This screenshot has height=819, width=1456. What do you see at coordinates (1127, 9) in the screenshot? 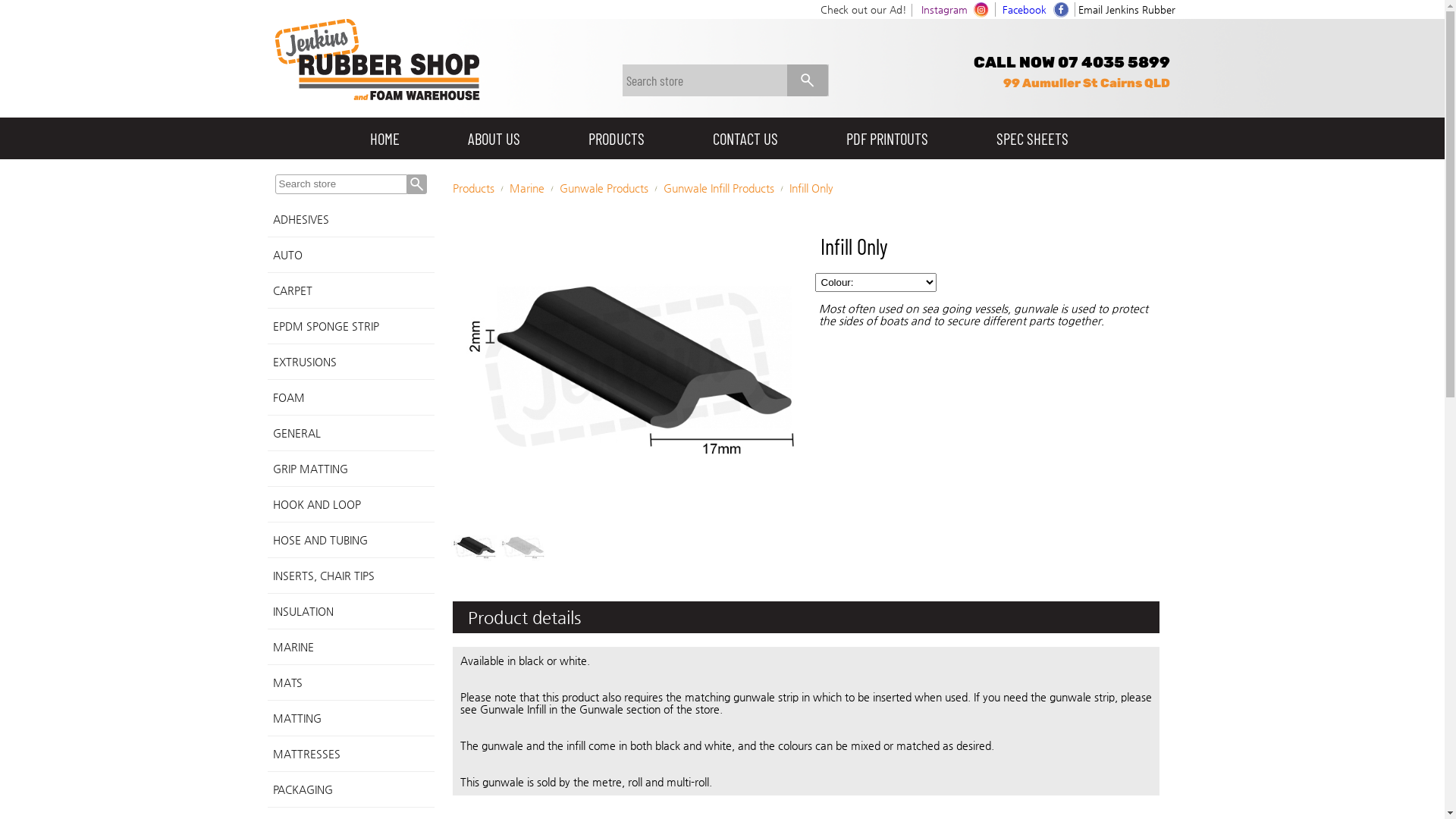
I see `'Email Jenkins Rubber'` at bounding box center [1127, 9].